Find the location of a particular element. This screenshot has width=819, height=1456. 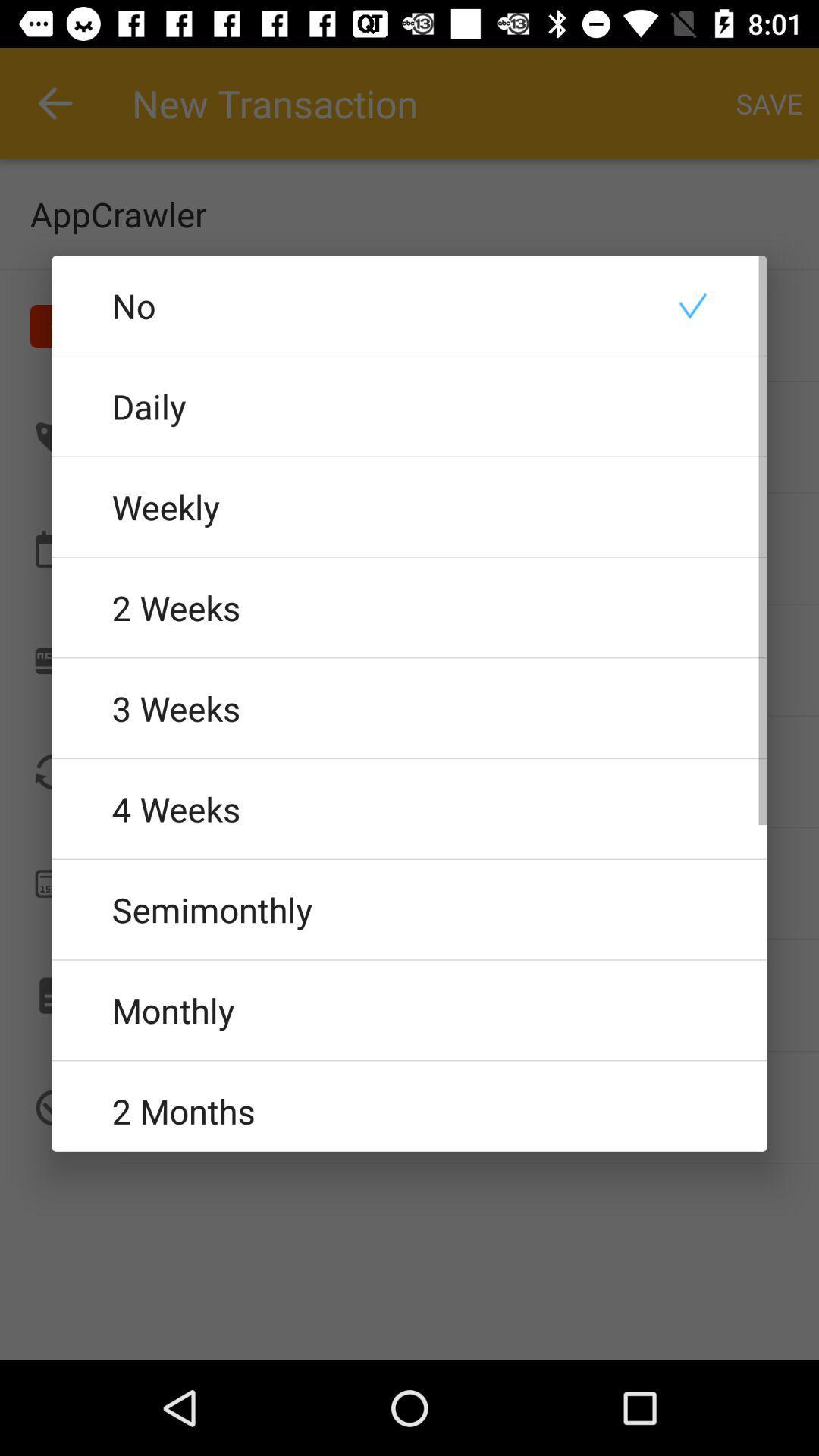

2 months icon is located at coordinates (409, 1106).